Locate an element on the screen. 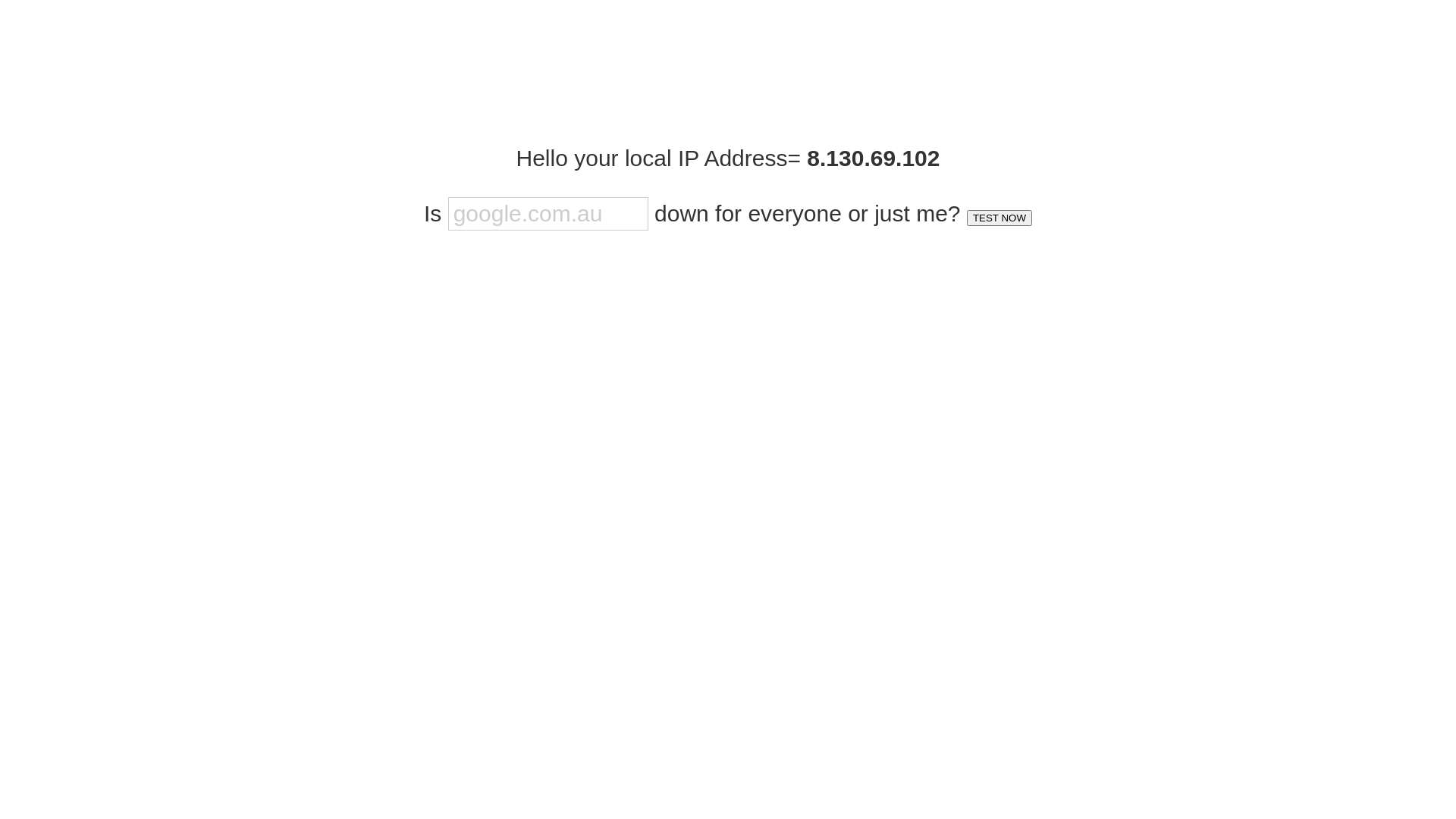 The image size is (1456, 819). 'TEST NOW' is located at coordinates (966, 218).